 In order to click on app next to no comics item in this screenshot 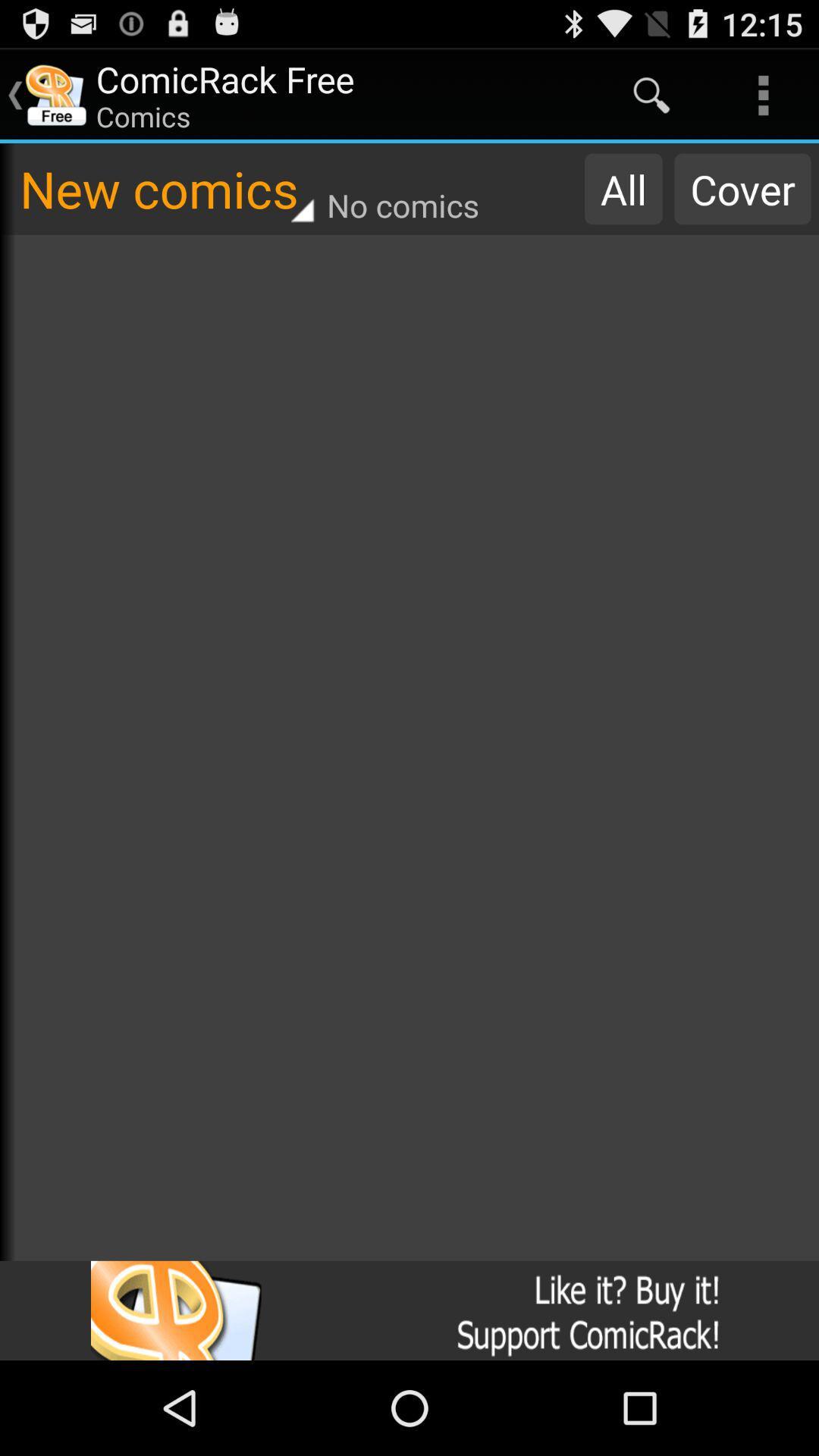, I will do `click(623, 188)`.